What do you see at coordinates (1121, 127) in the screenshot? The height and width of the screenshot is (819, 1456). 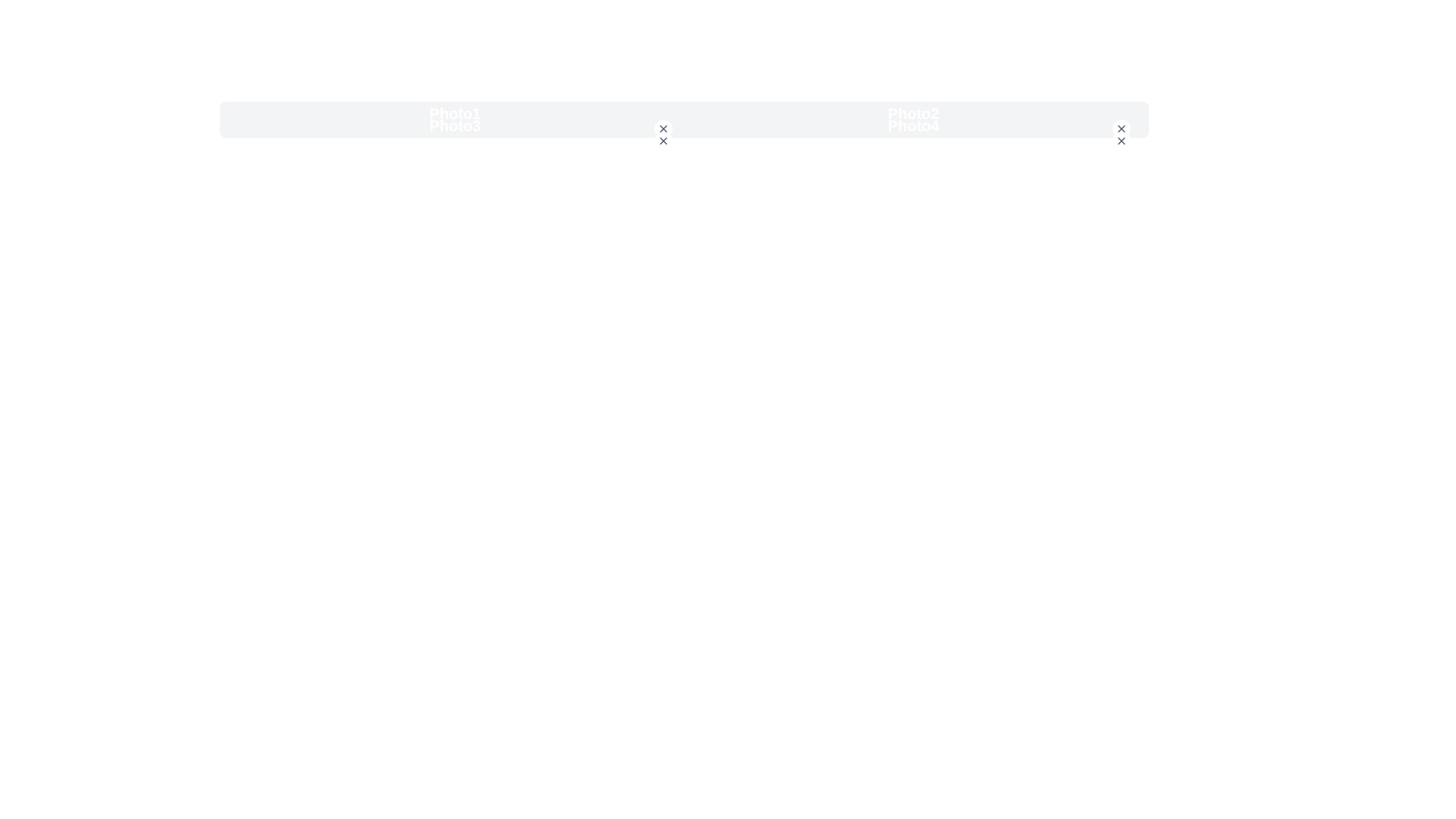 I see `the close button located at the top-right corner of the 'Photo2' section` at bounding box center [1121, 127].